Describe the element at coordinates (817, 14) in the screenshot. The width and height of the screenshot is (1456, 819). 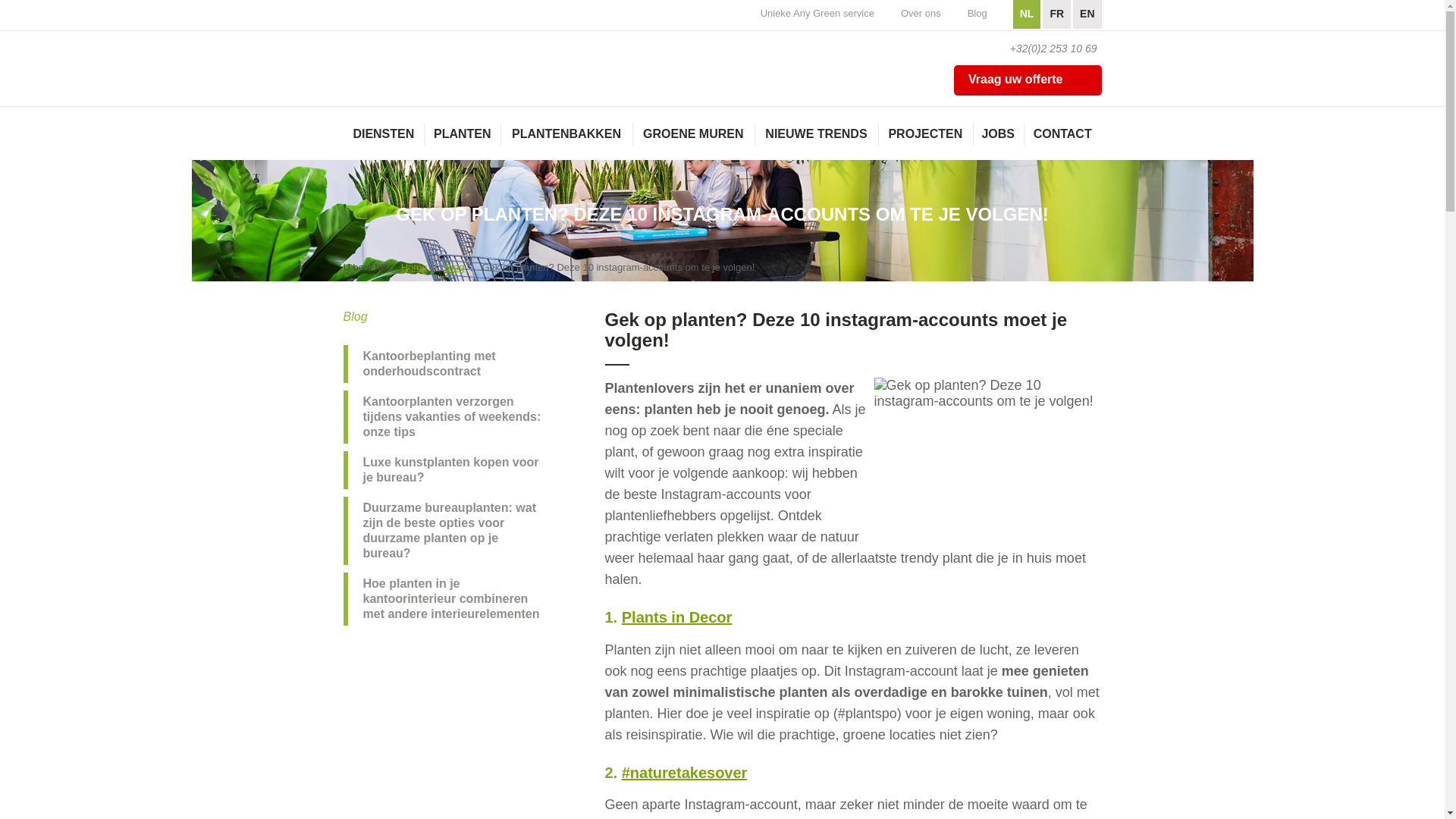
I see `'Unieke Any Green service'` at that location.